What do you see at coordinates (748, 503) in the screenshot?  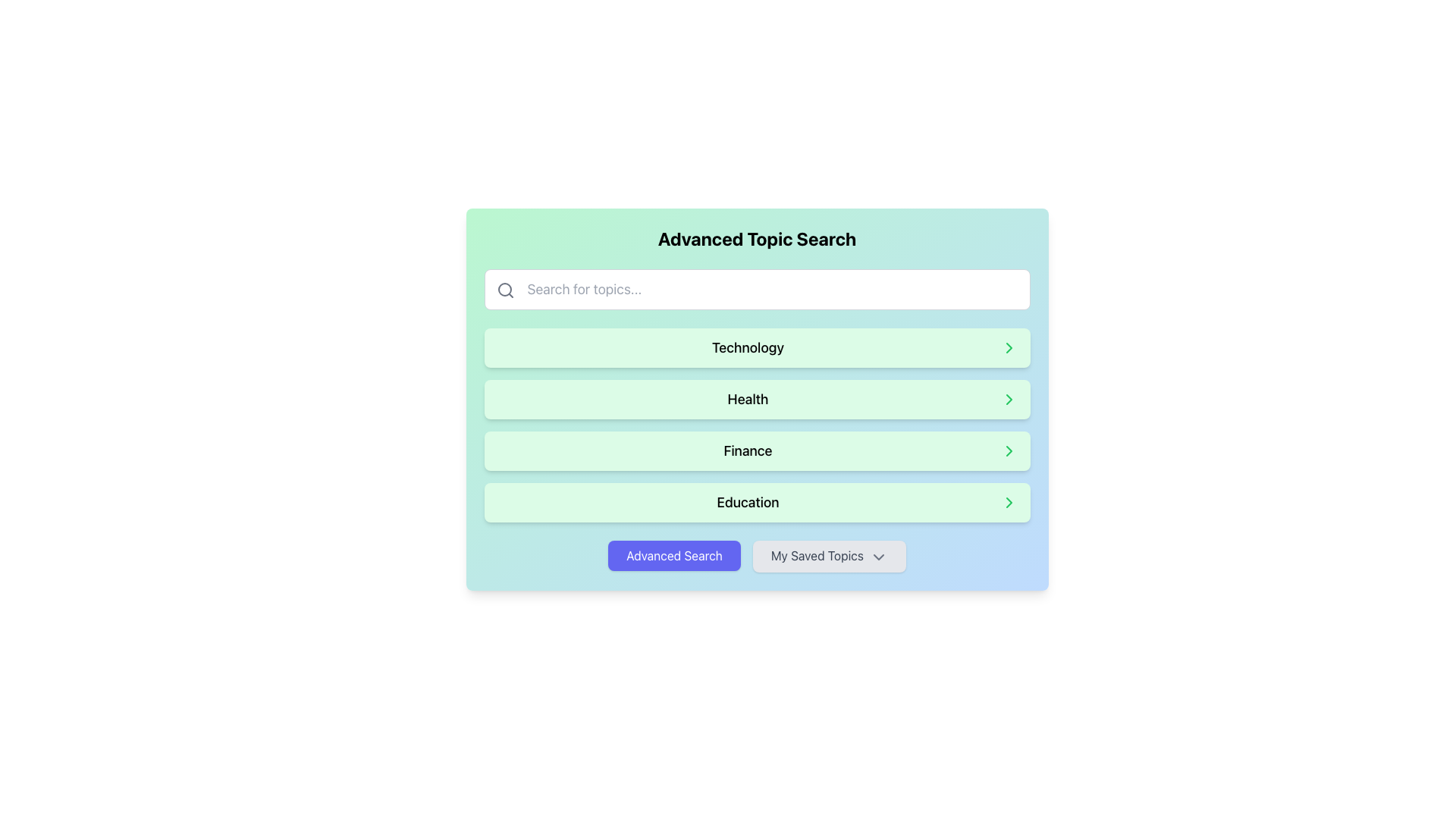 I see `the 'Education' text label, which is the fourth item in the vertical stack under 'Advanced Topic Search'` at bounding box center [748, 503].